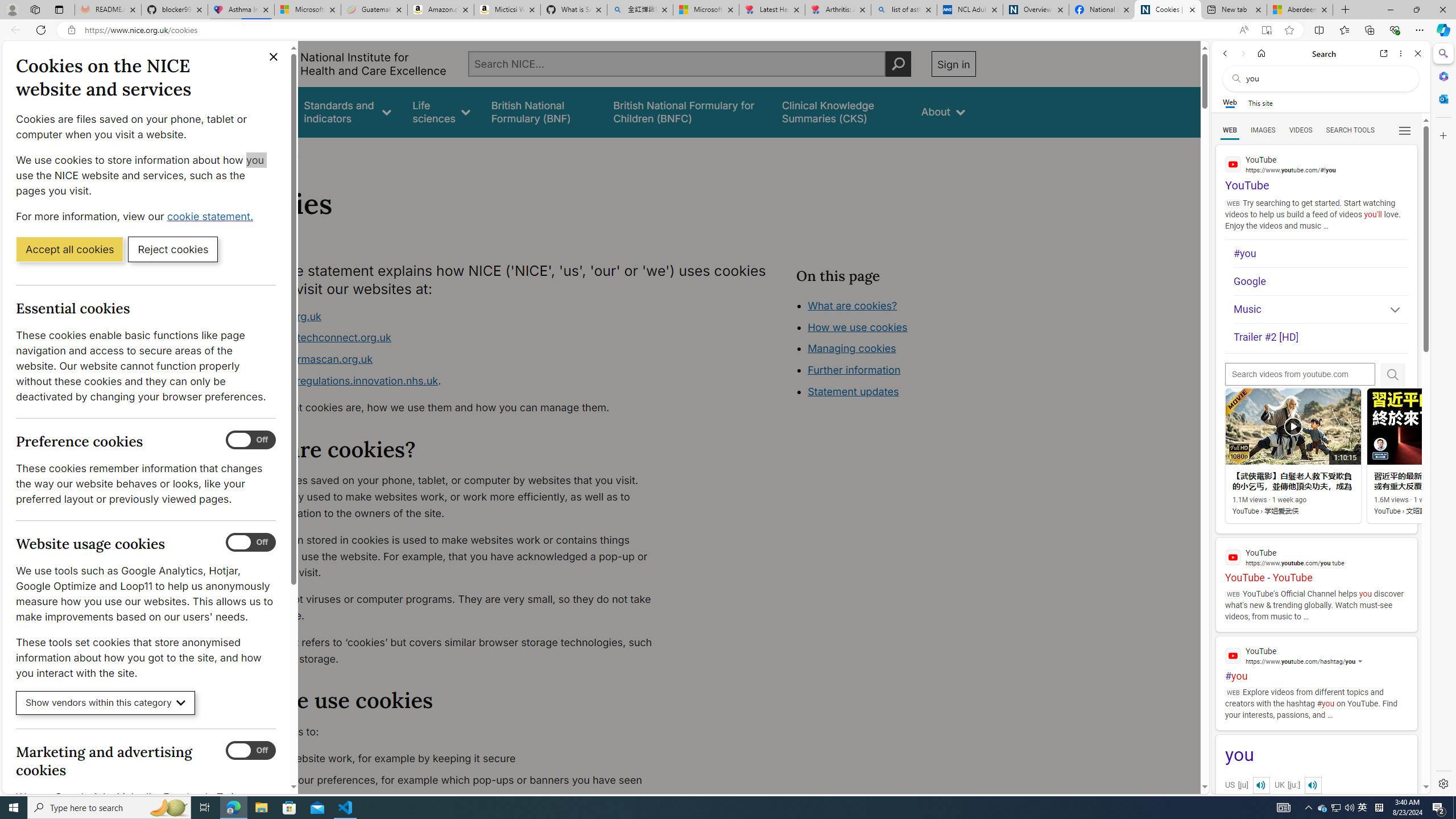 Image resolution: width=1456 pixels, height=819 pixels. What do you see at coordinates (1230, 129) in the screenshot?
I see `'Search Filter, WEB'` at bounding box center [1230, 129].